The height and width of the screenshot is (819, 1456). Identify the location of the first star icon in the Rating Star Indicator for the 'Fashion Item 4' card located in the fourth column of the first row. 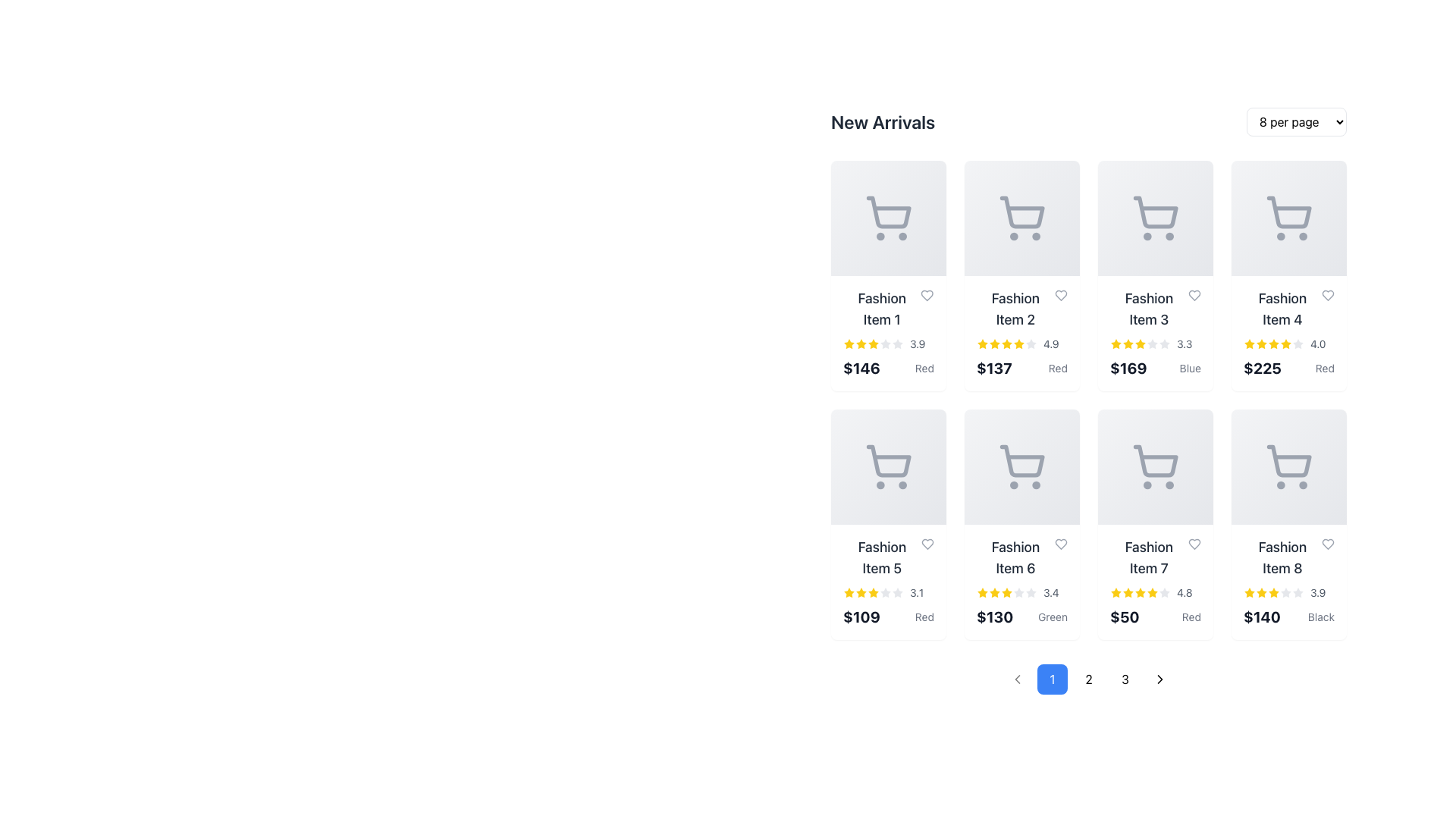
(1249, 344).